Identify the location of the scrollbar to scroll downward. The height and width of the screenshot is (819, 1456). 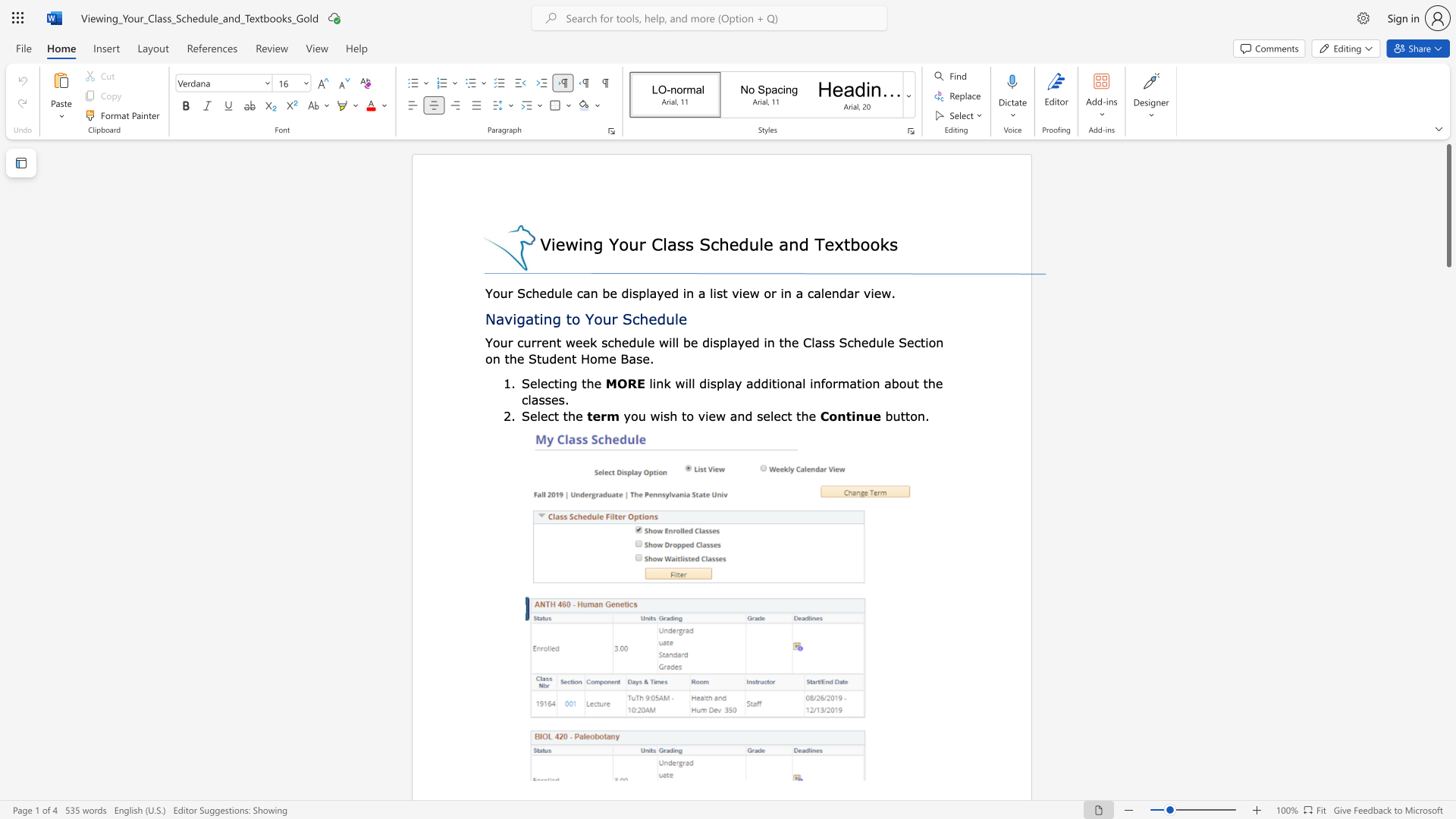
(1448, 332).